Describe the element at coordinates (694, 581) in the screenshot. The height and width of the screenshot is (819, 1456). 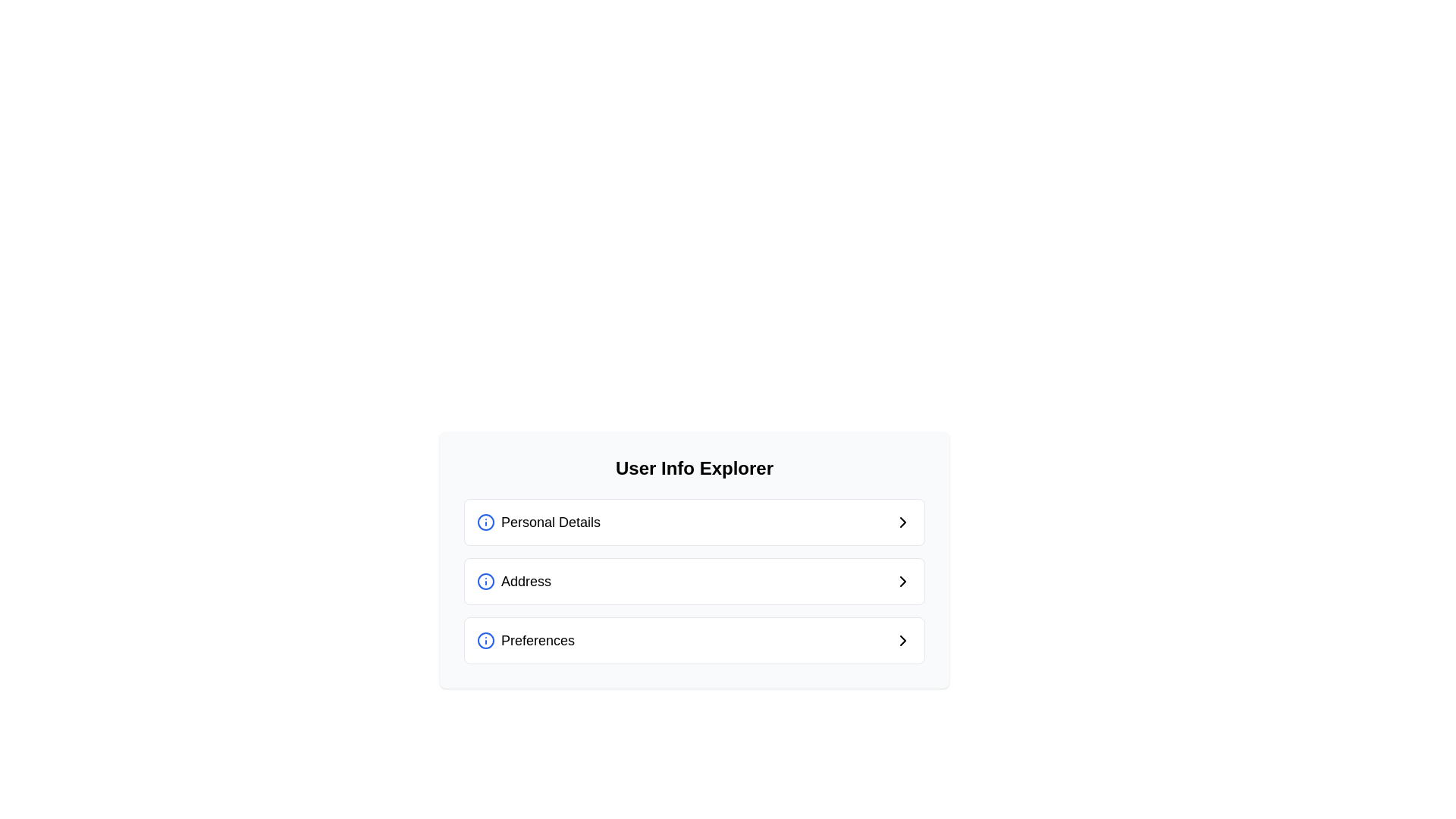
I see `the 'Address' button, which is the second item in a vertically stacked list` at that location.